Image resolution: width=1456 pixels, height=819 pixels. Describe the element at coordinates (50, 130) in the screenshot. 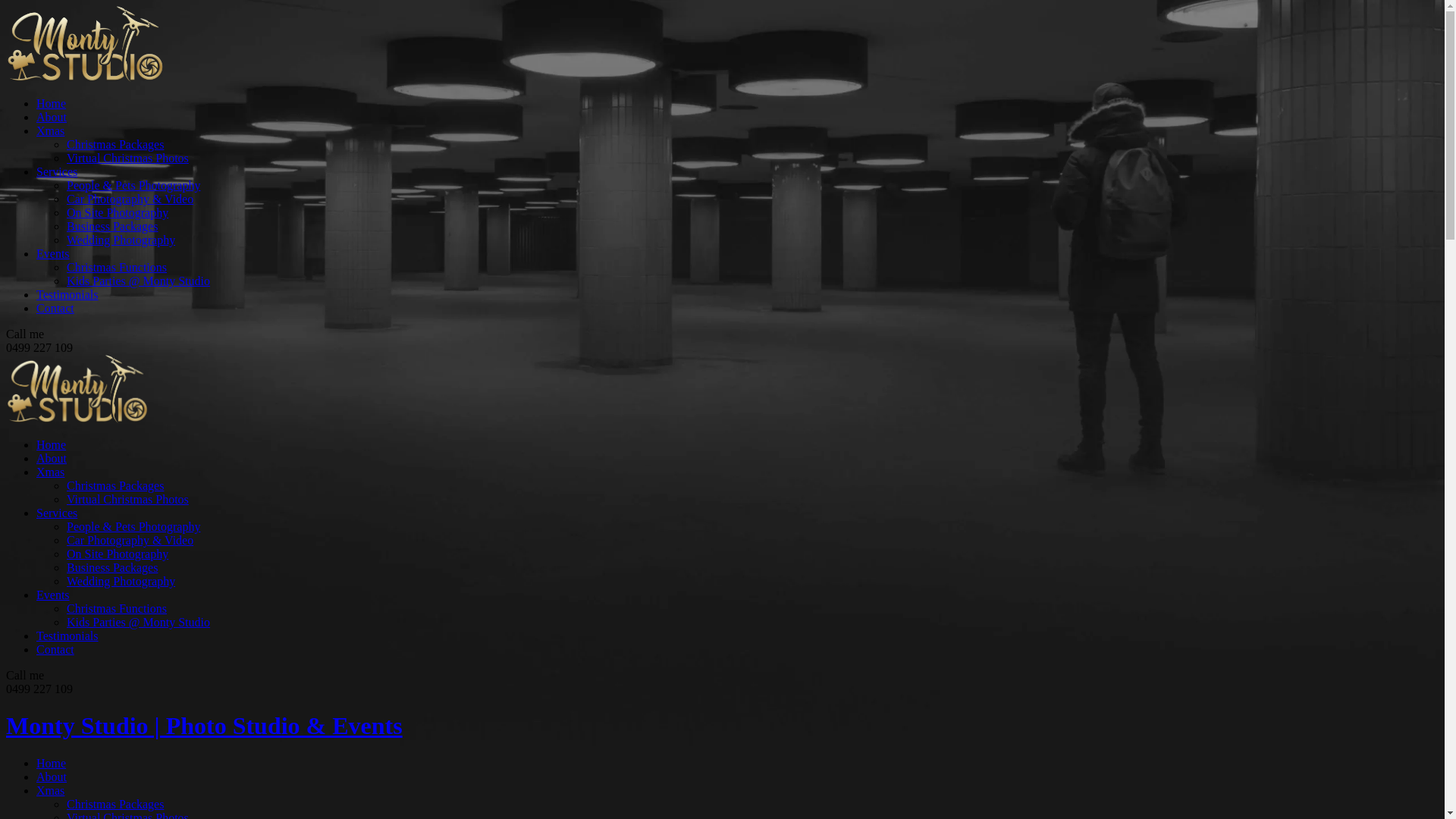

I see `'Xmas'` at that location.